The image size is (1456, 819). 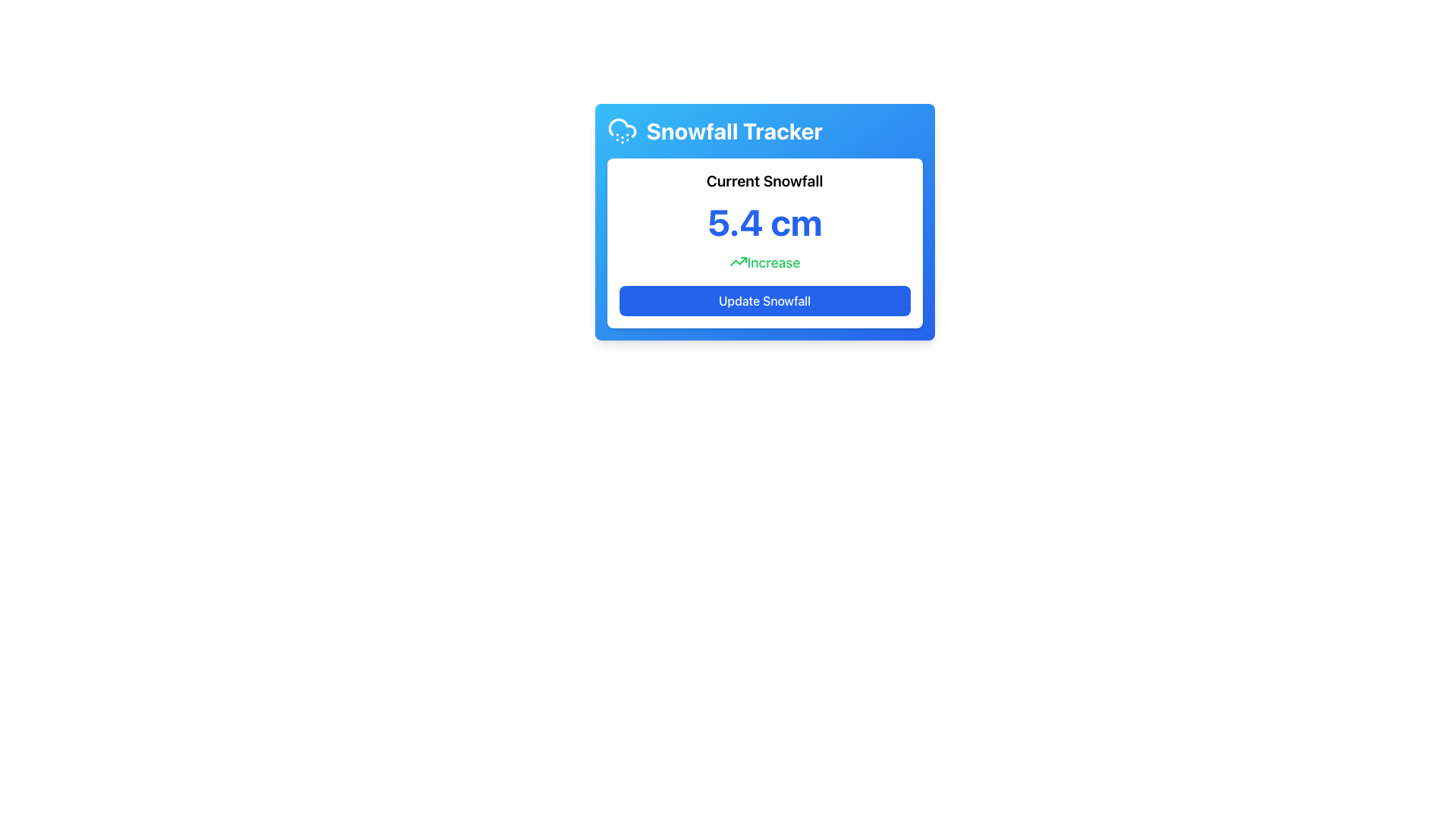 I want to click on the confirmation button located below the 'Increase' text, so click(x=764, y=301).